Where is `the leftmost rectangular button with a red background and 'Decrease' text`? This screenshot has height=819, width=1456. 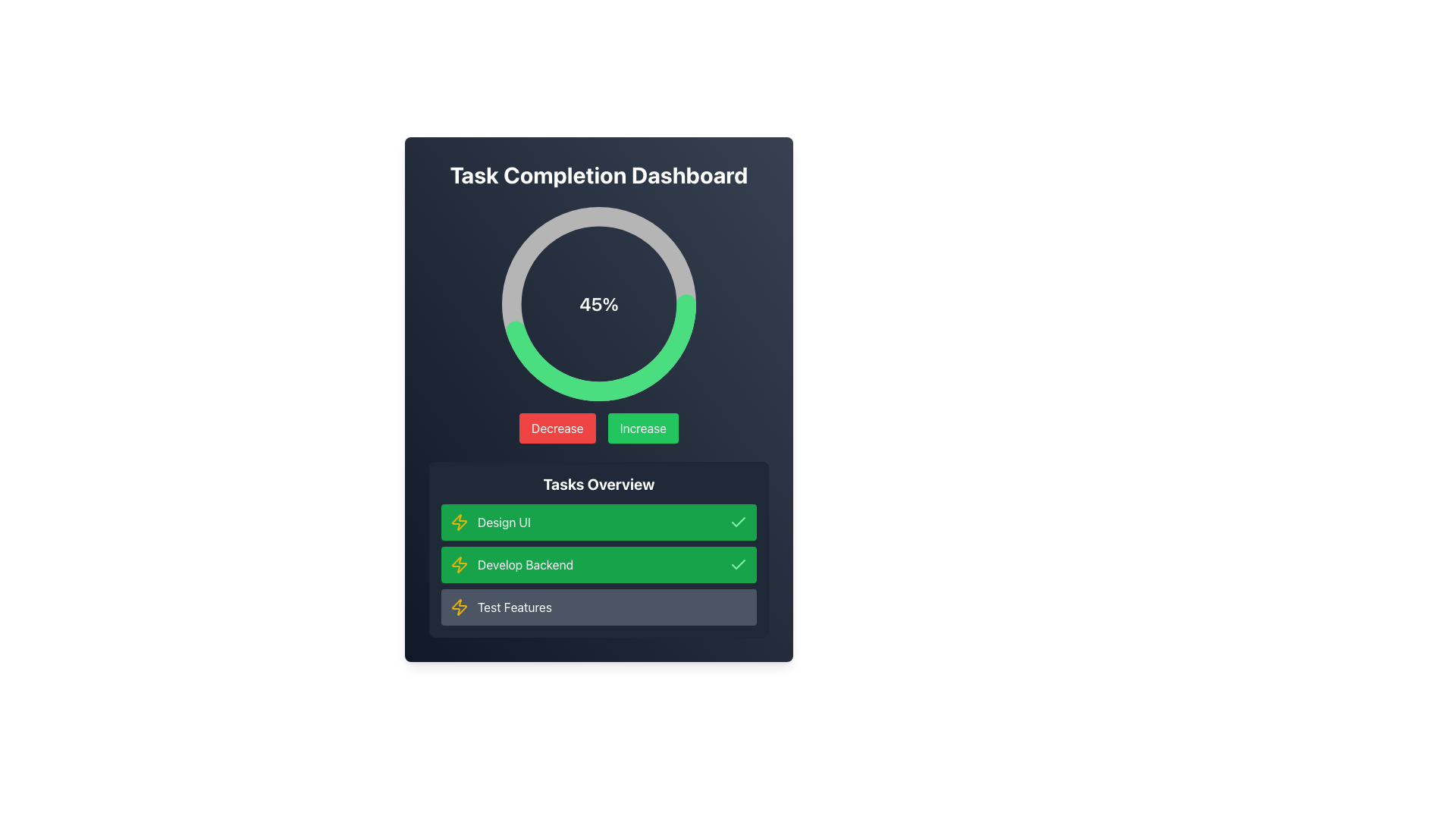
the leftmost rectangular button with a red background and 'Decrease' text is located at coordinates (557, 428).